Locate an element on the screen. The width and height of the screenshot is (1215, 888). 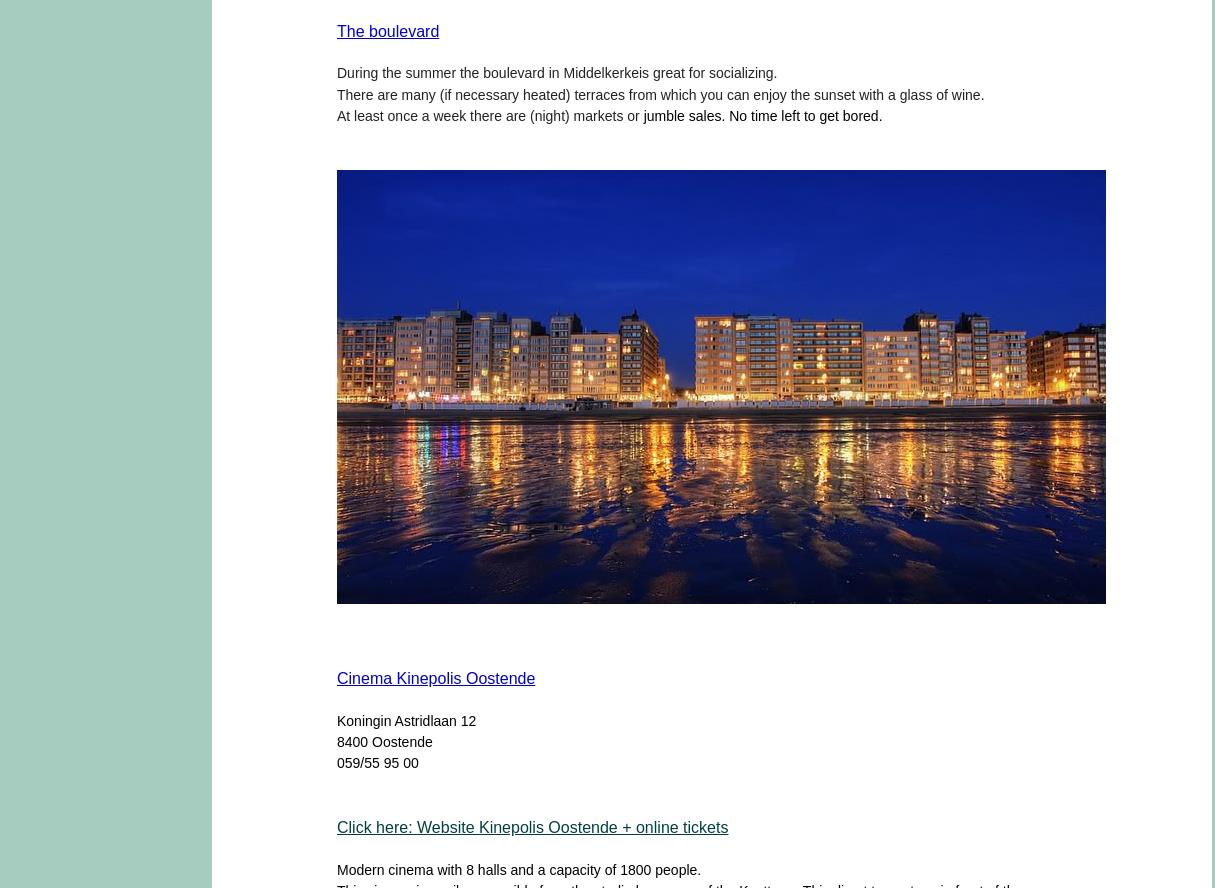
'During the' is located at coordinates (367, 71).